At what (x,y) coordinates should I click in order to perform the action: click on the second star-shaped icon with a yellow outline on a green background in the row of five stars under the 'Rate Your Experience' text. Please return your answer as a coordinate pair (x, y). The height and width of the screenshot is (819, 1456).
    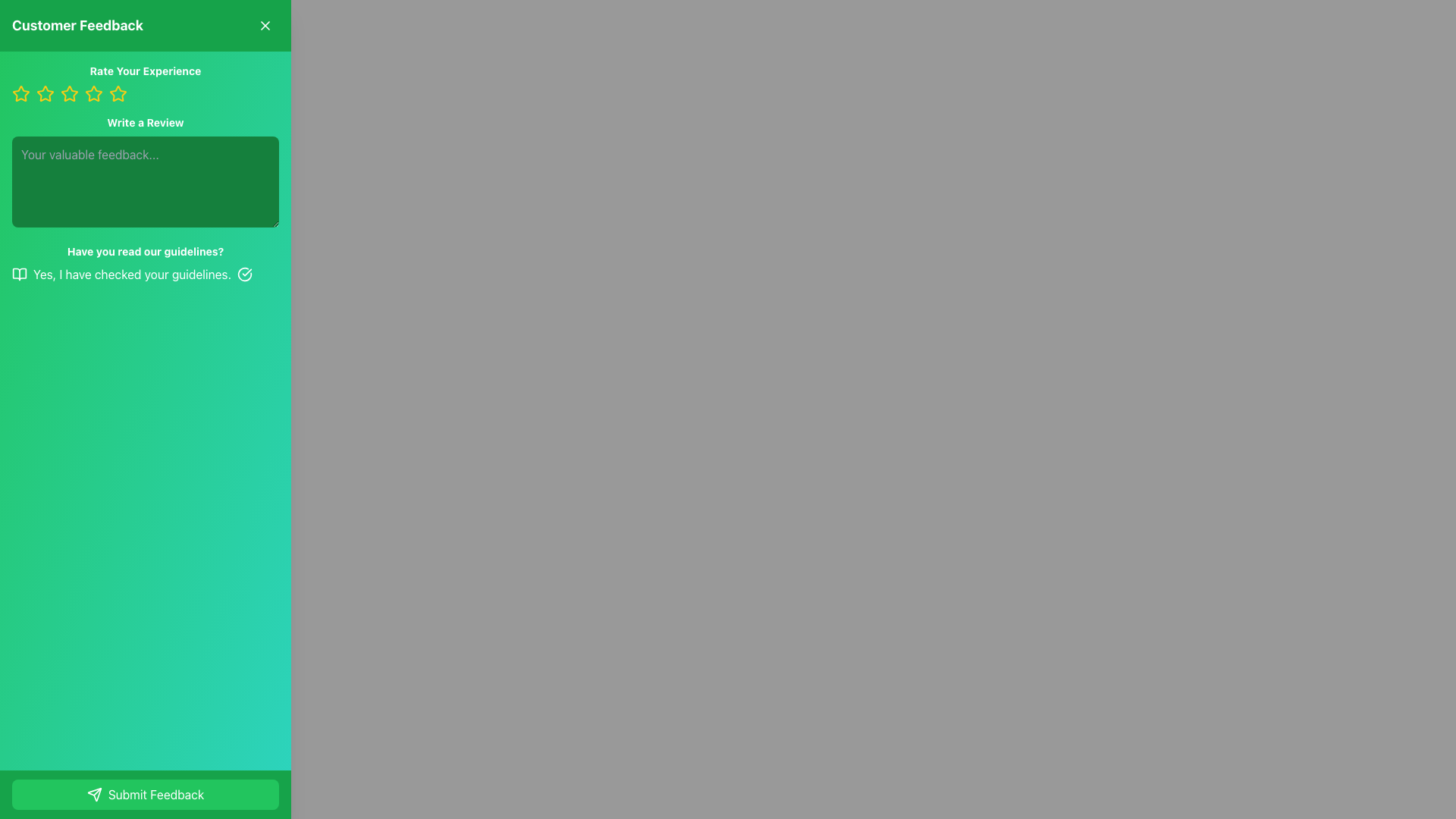
    Looking at the image, I should click on (93, 93).